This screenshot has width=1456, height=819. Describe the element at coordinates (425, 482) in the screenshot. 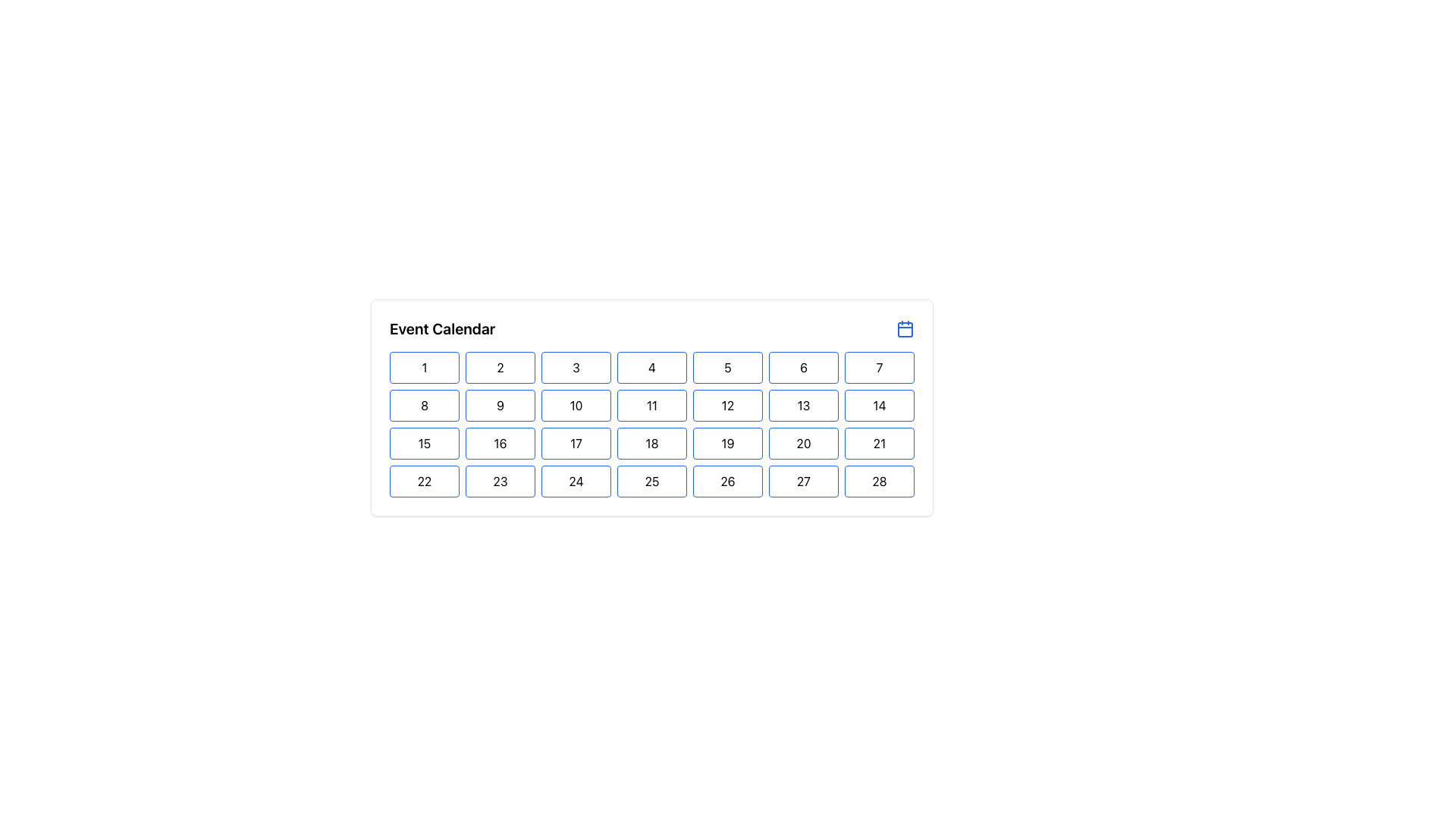

I see `the button representing the 22nd day in the event calendar` at that location.